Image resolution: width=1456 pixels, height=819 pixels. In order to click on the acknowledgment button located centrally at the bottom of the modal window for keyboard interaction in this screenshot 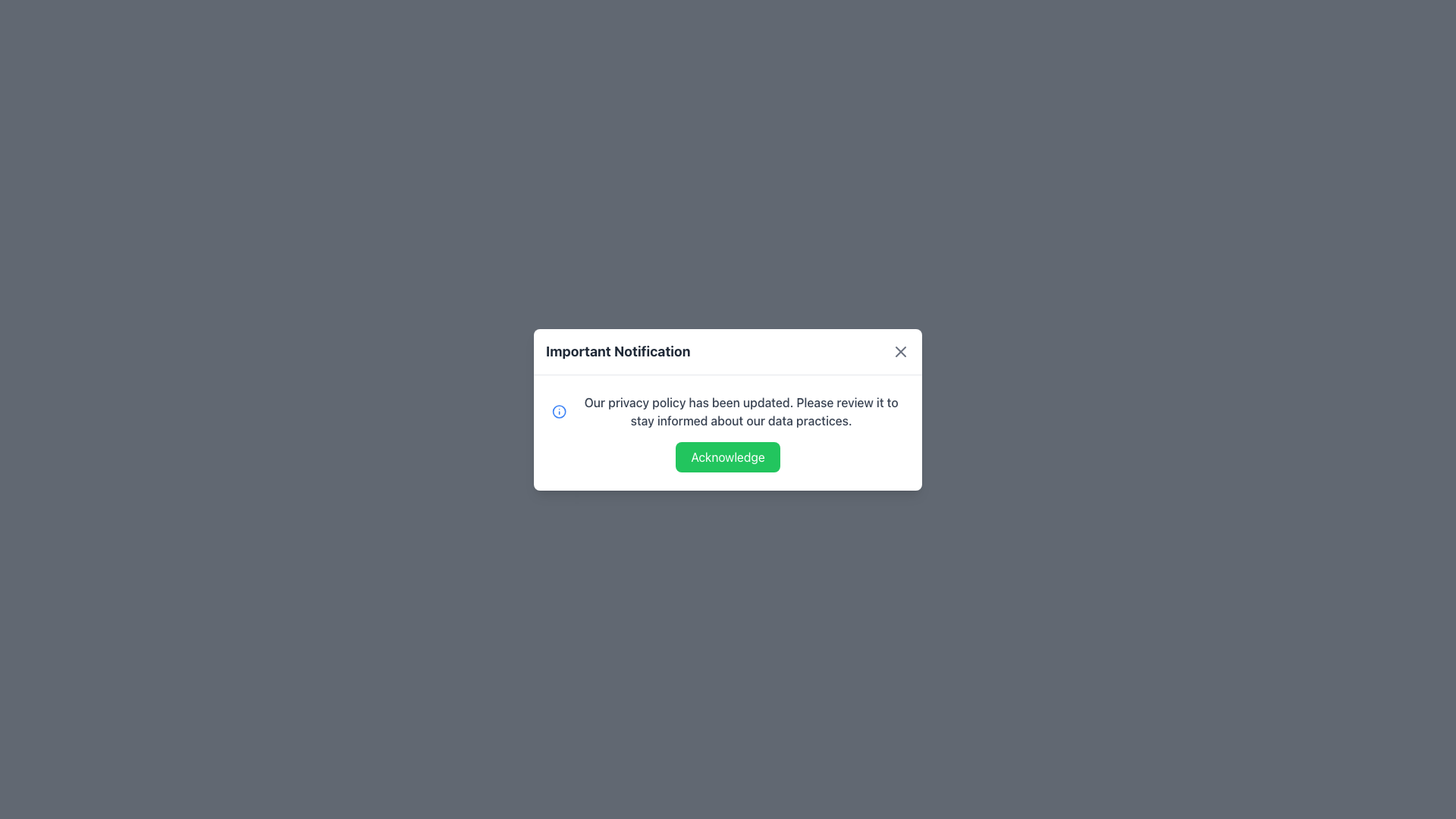, I will do `click(728, 456)`.